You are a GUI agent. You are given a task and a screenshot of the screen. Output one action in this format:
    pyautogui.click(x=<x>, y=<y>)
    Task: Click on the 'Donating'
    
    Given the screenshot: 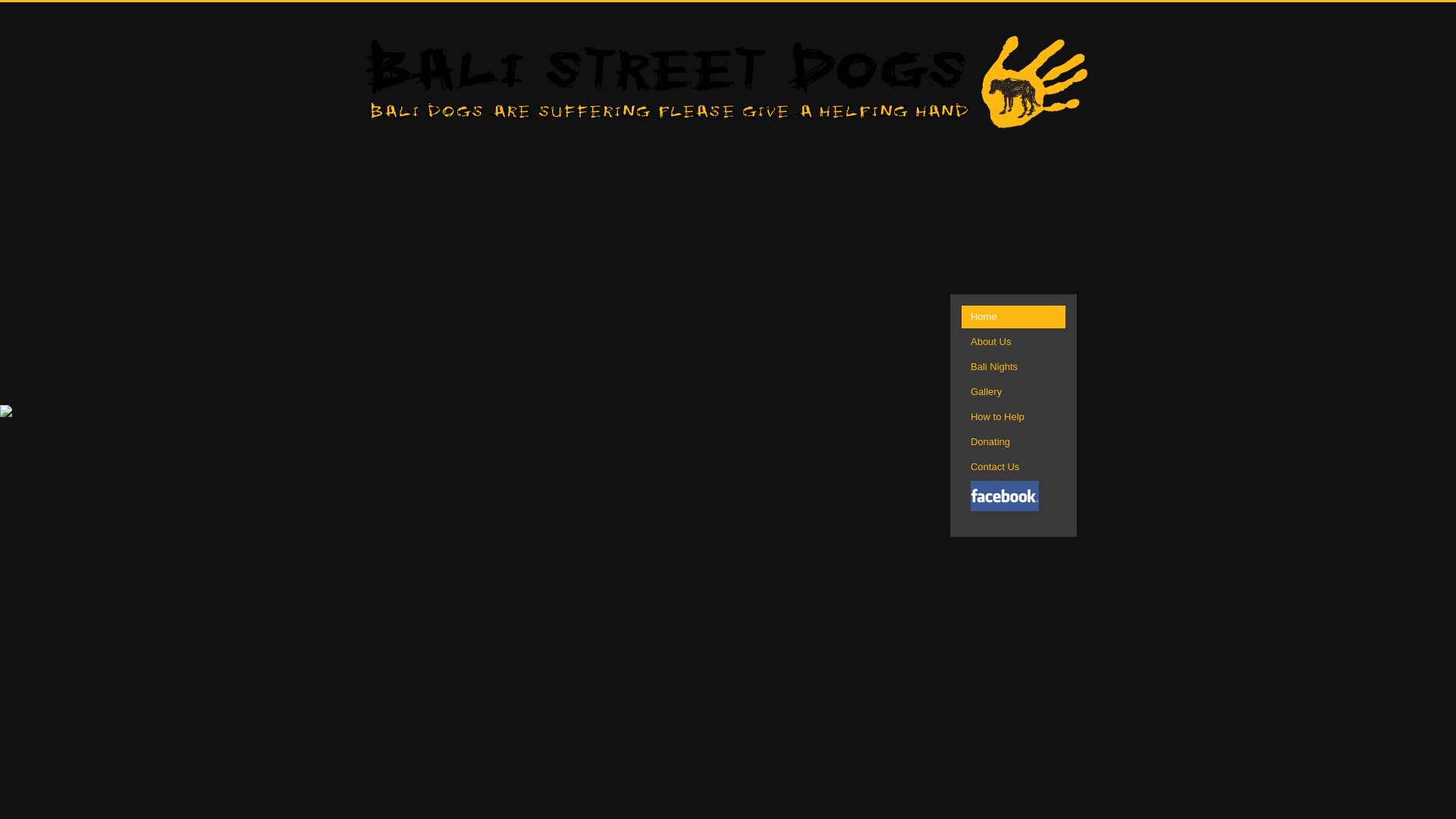 What is the action you would take?
    pyautogui.click(x=1013, y=441)
    